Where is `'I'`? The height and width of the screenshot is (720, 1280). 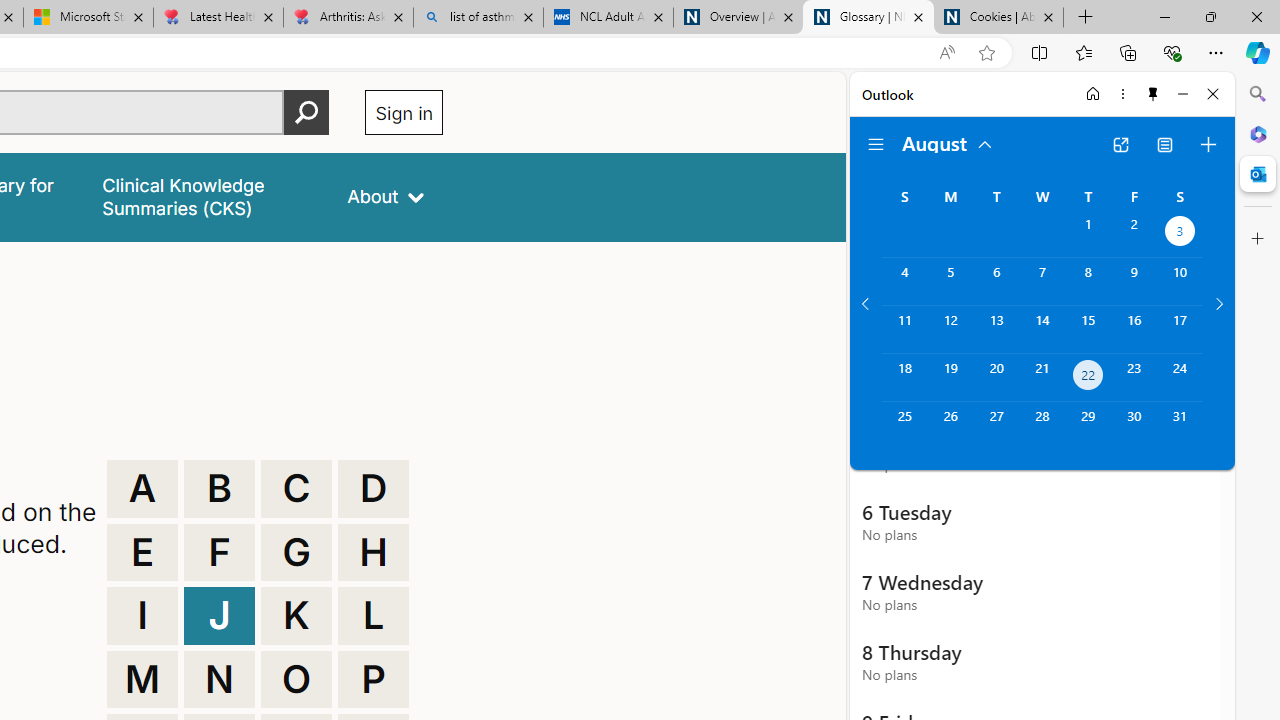
'I' is located at coordinates (141, 614).